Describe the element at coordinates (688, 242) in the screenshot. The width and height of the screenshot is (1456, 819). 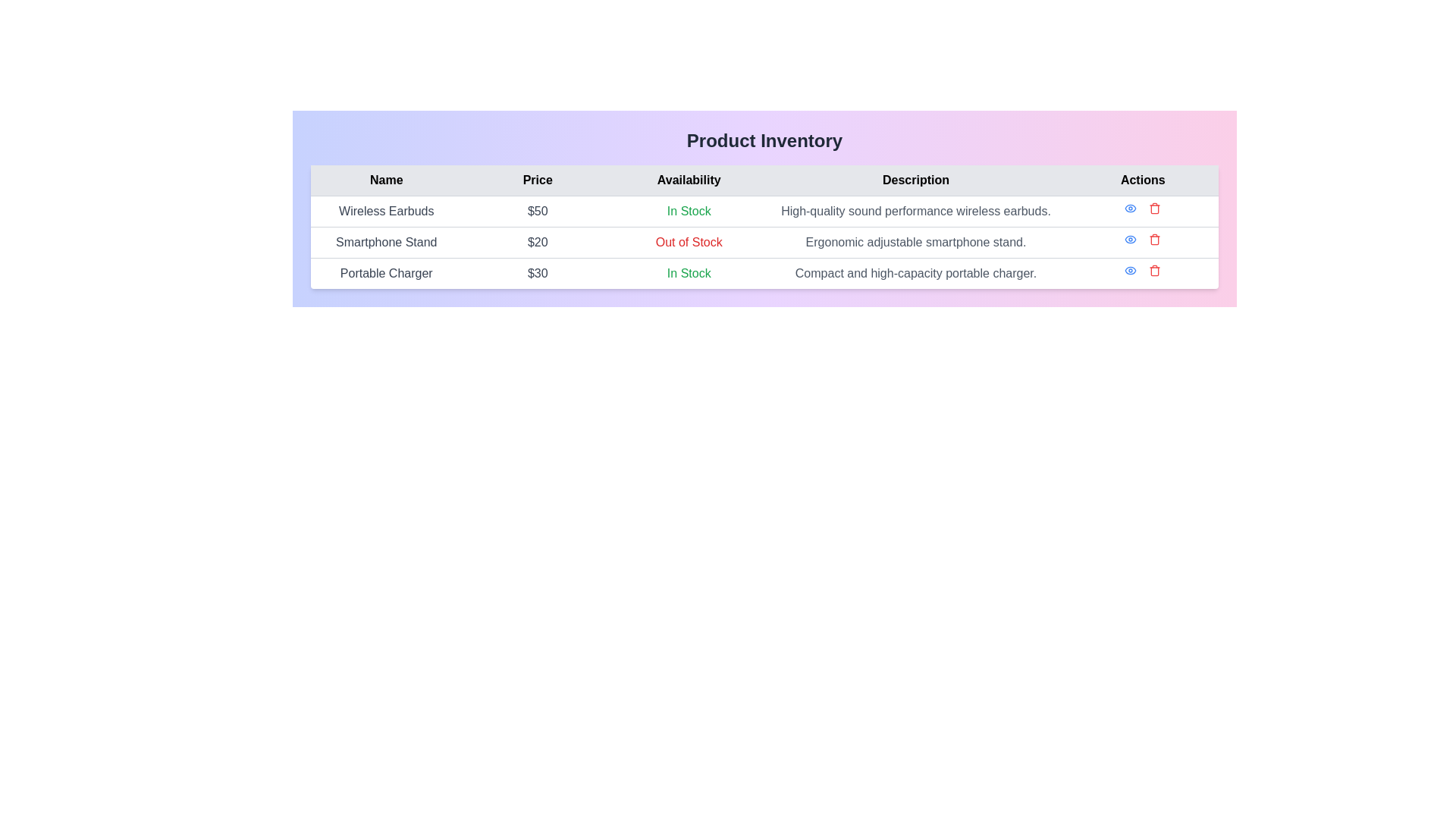
I see `the availability status text label indicating that the 'Smartphone Stand' product is unavailable, located in the third column of the second row of the product inventory table` at that location.